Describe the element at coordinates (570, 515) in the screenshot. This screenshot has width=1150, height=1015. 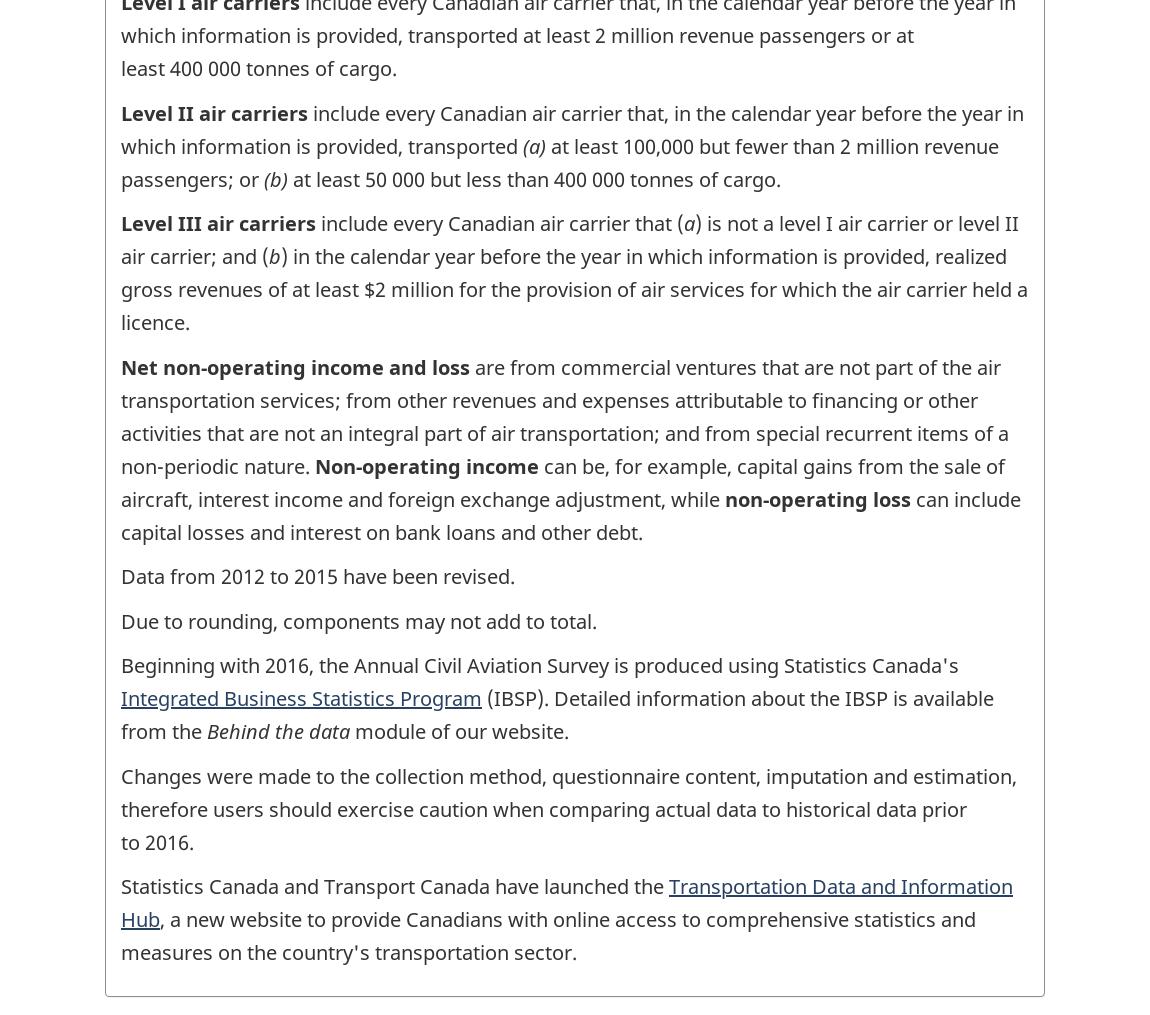
I see `'can include capital losses and interest on bank loans and other debt.'` at that location.